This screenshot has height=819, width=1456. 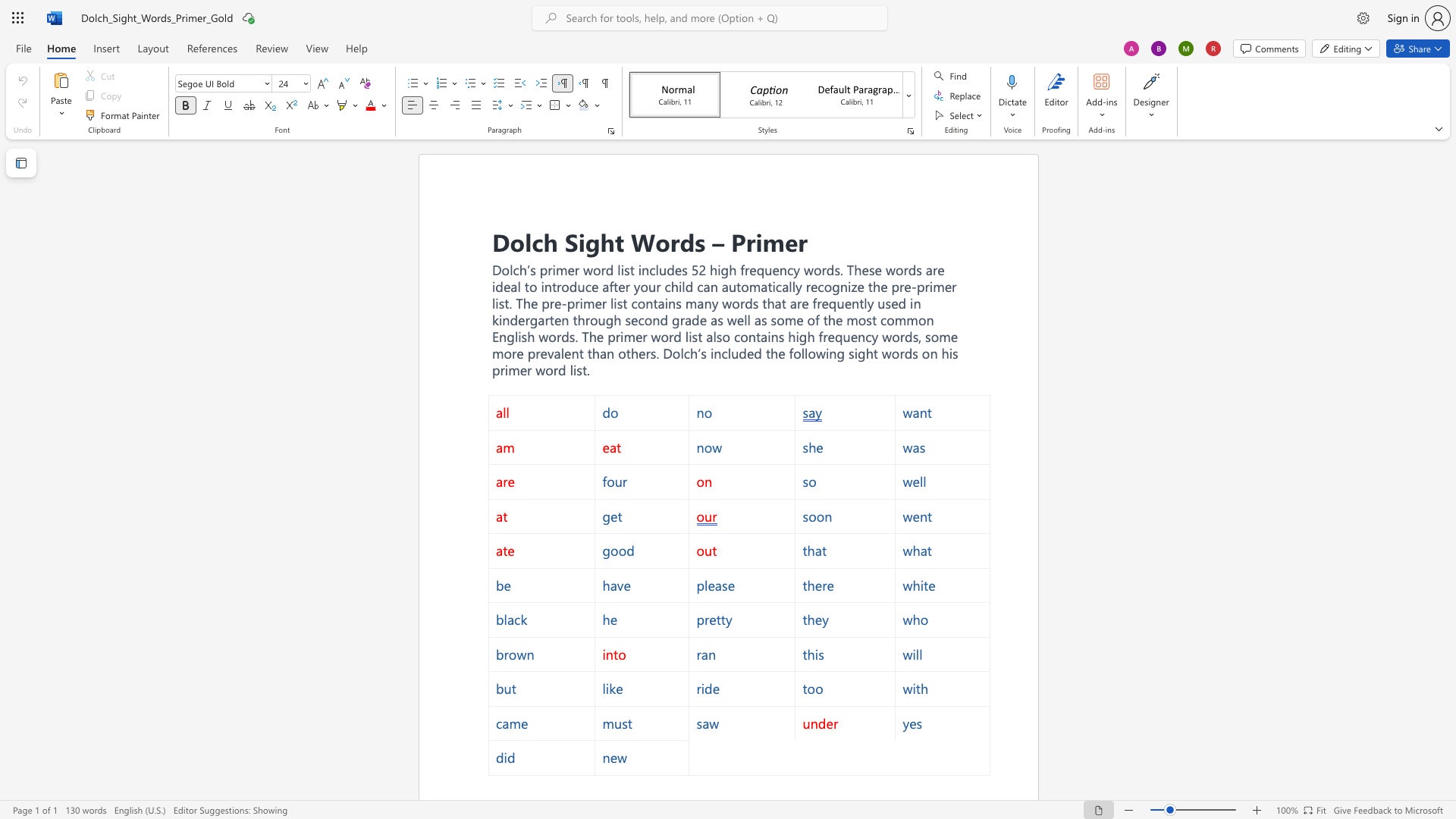 What do you see at coordinates (622, 353) in the screenshot?
I see `the 4th character "o" in the text` at bounding box center [622, 353].